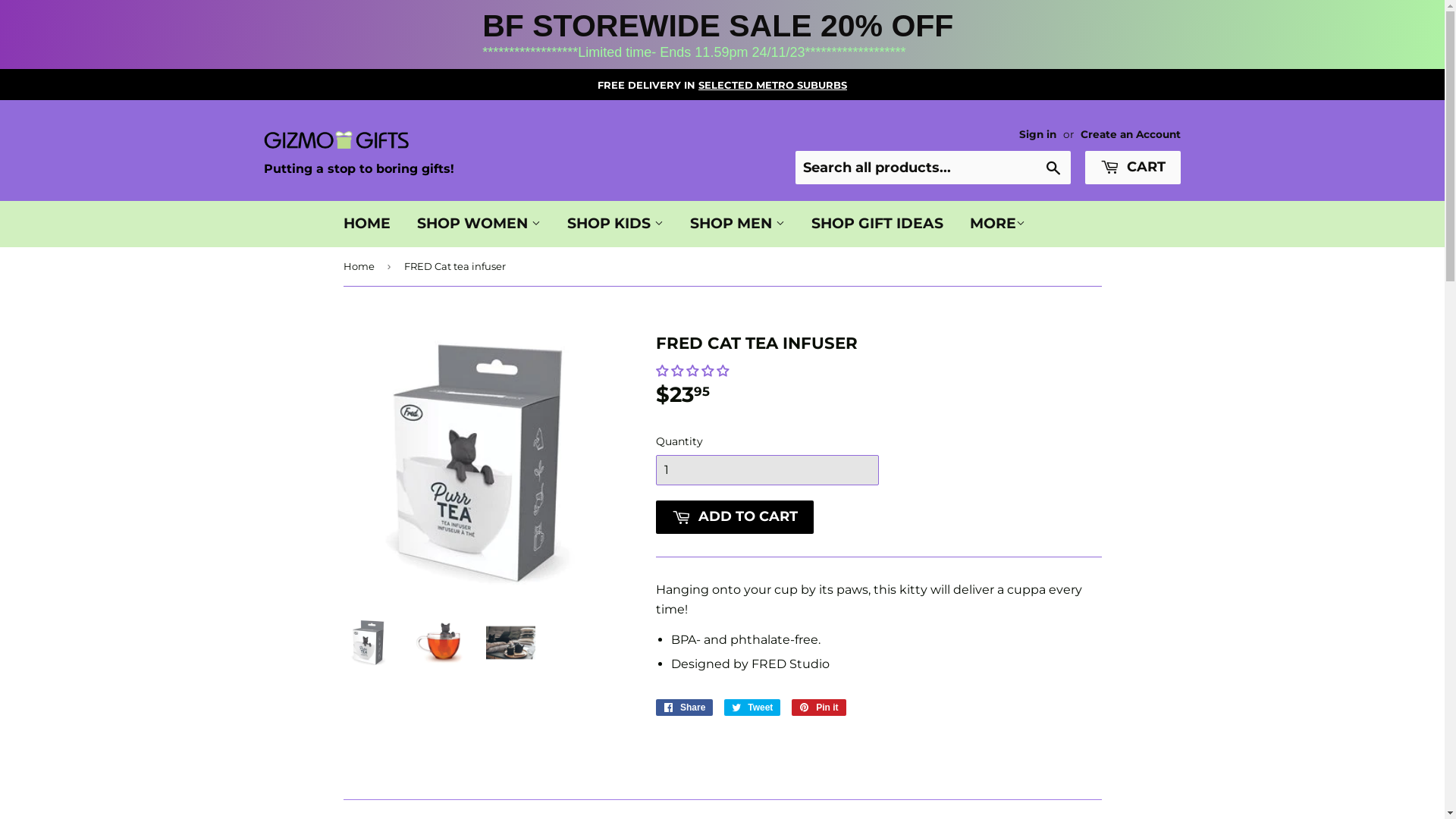  Describe the element at coordinates (721, 84) in the screenshot. I see `'FREE DELIVERY IN SELECTED METRO SUBURBS'` at that location.